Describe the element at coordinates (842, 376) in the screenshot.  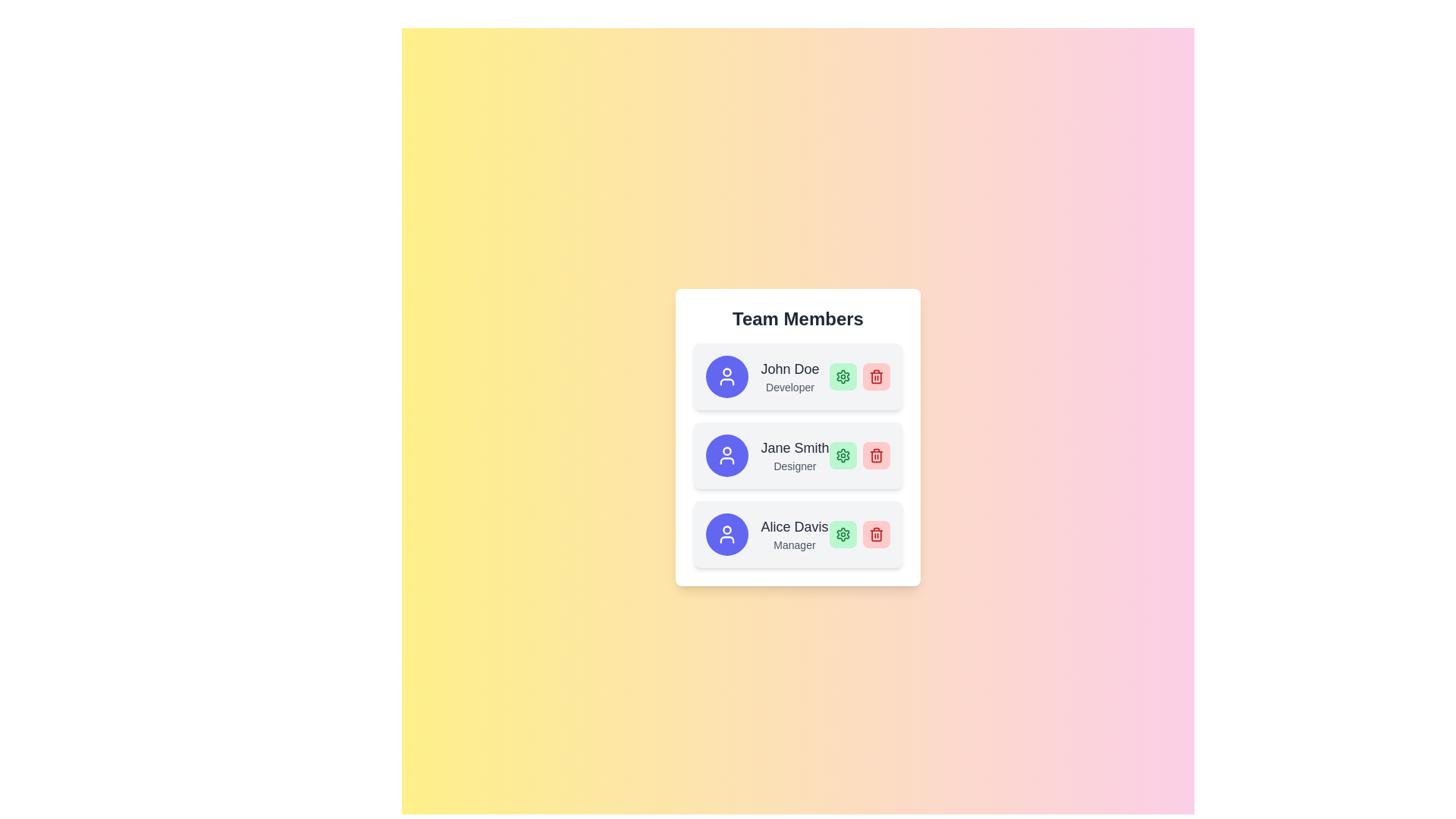
I see `the settings icon for team member 'John Doe', positioned under the title 'Developer'` at that location.